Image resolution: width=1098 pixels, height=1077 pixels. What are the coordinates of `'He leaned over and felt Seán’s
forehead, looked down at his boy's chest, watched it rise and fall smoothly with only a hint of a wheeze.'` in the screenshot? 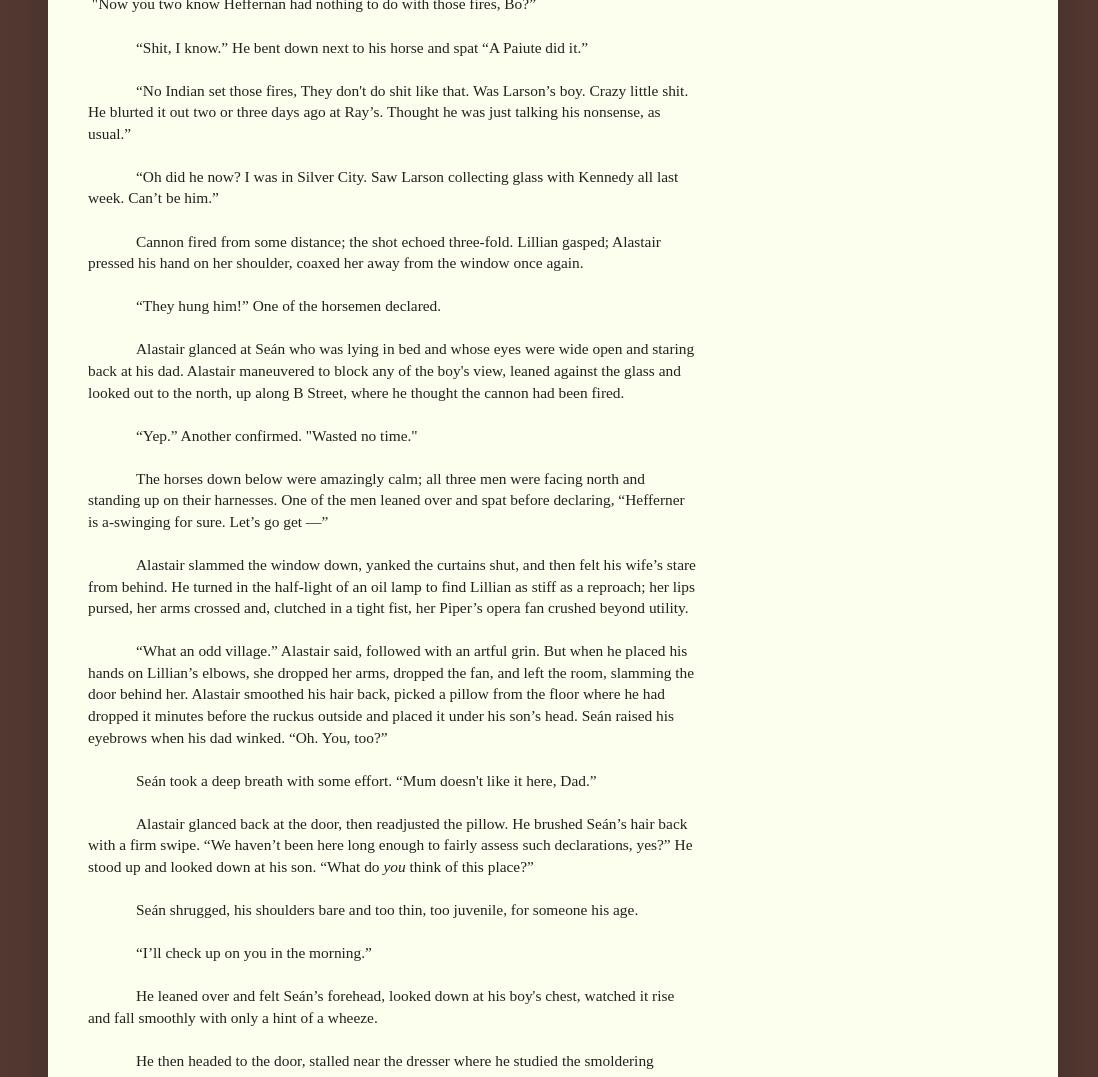 It's located at (86, 1005).